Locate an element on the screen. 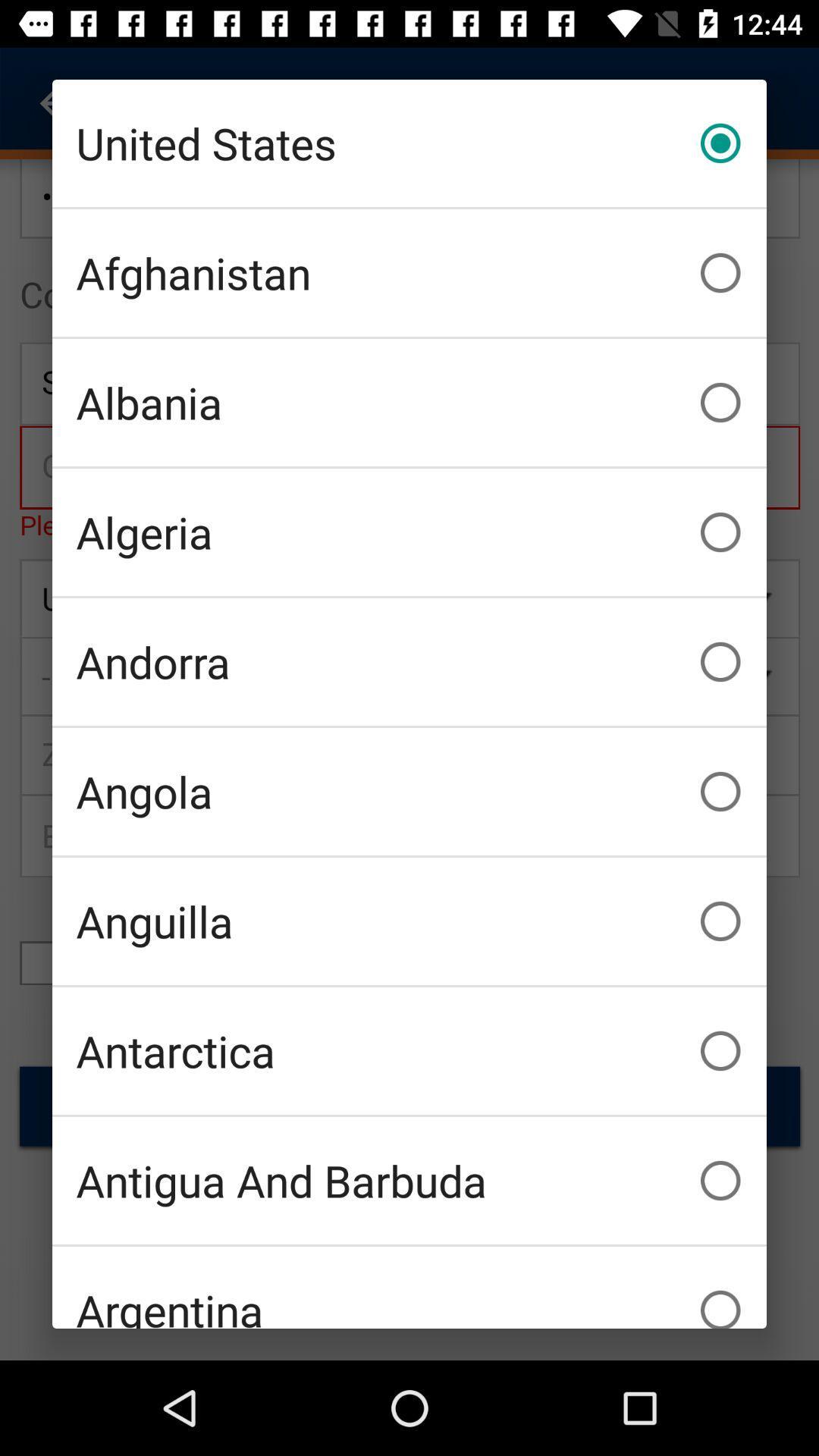 The height and width of the screenshot is (1456, 819). item above the andorra icon is located at coordinates (409, 532).